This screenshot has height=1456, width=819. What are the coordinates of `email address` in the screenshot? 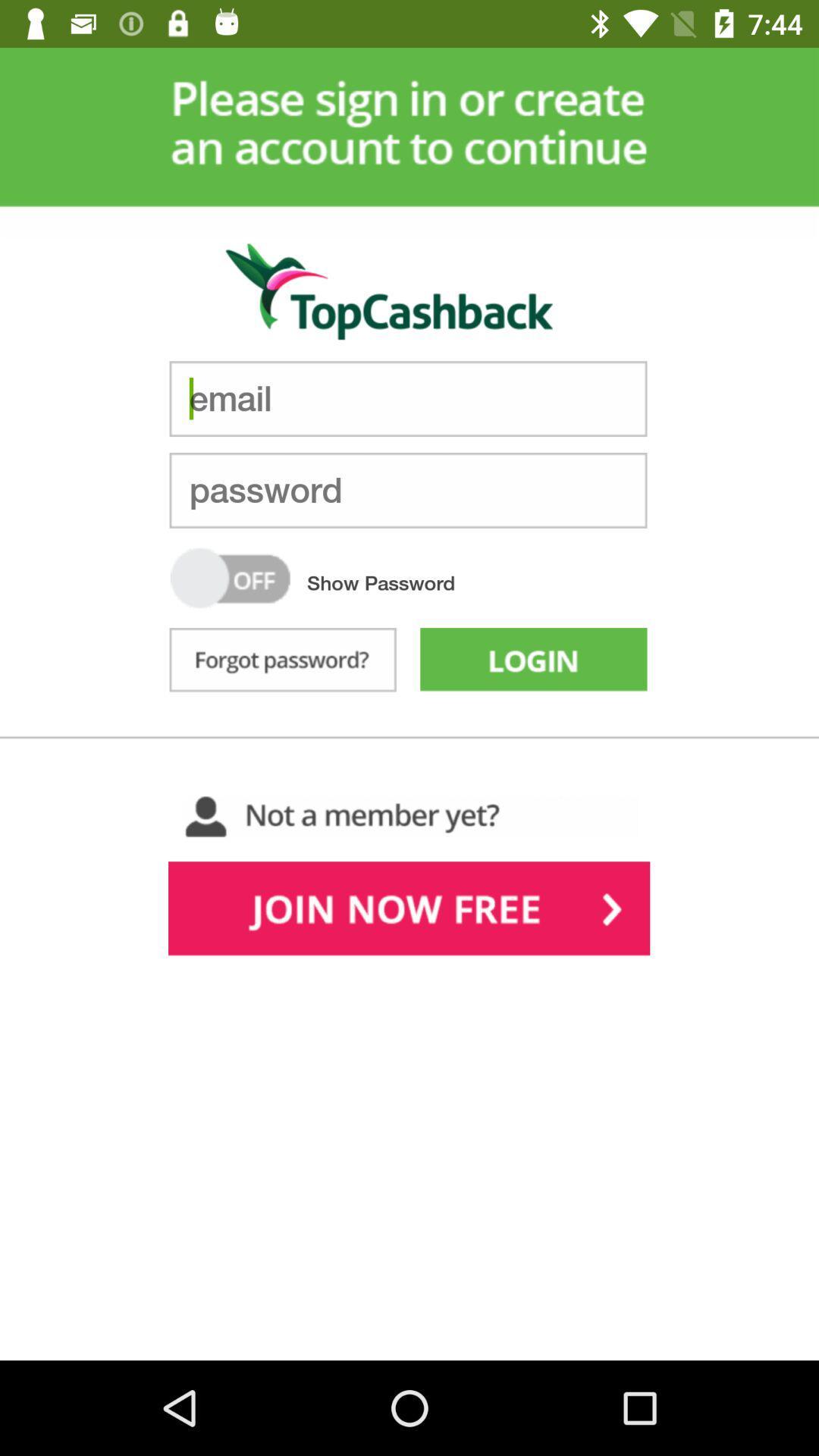 It's located at (407, 399).